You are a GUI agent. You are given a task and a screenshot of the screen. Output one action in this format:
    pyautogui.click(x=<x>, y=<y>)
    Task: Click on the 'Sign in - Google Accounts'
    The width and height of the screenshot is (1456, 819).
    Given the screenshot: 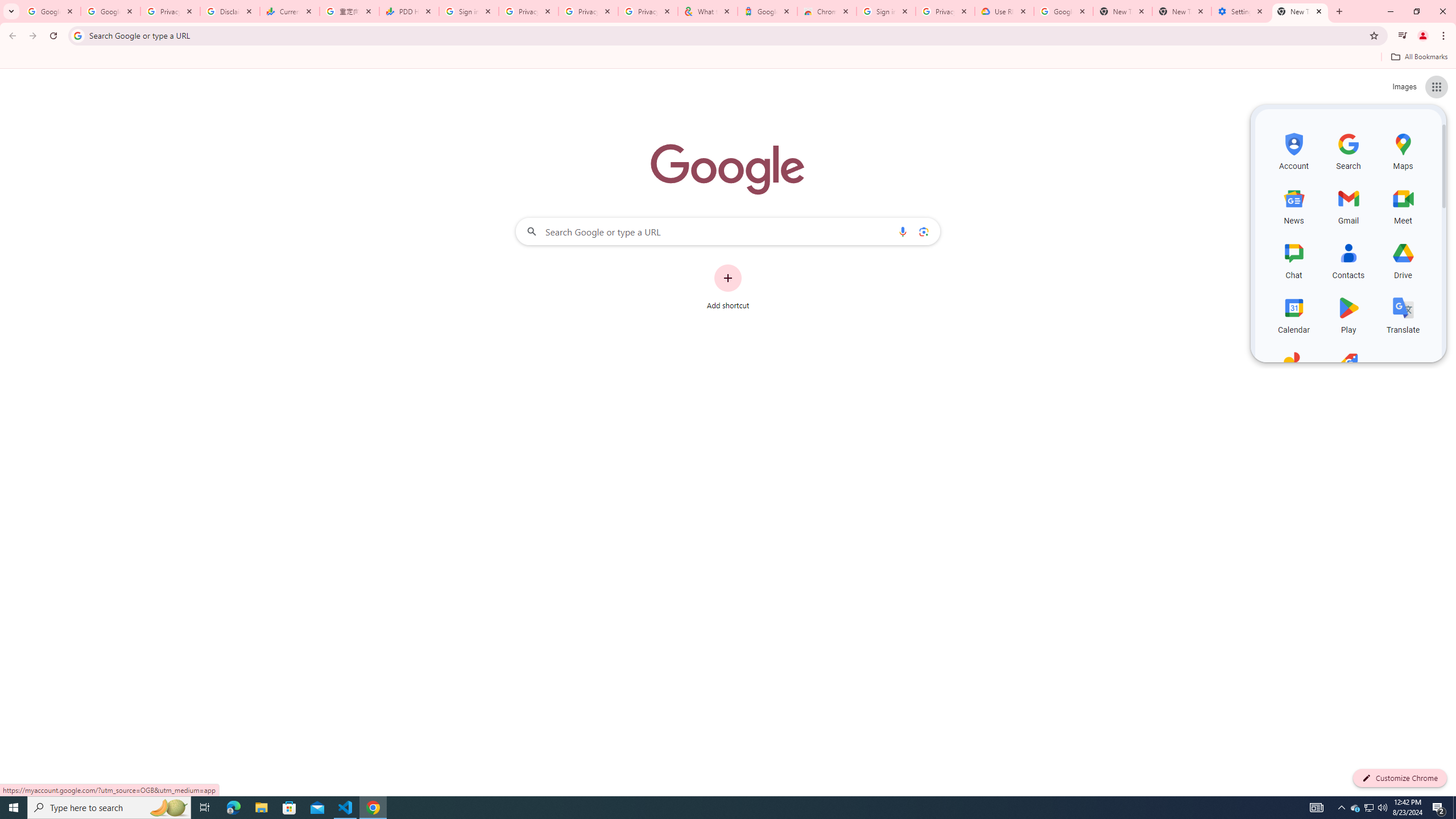 What is the action you would take?
    pyautogui.click(x=468, y=11)
    